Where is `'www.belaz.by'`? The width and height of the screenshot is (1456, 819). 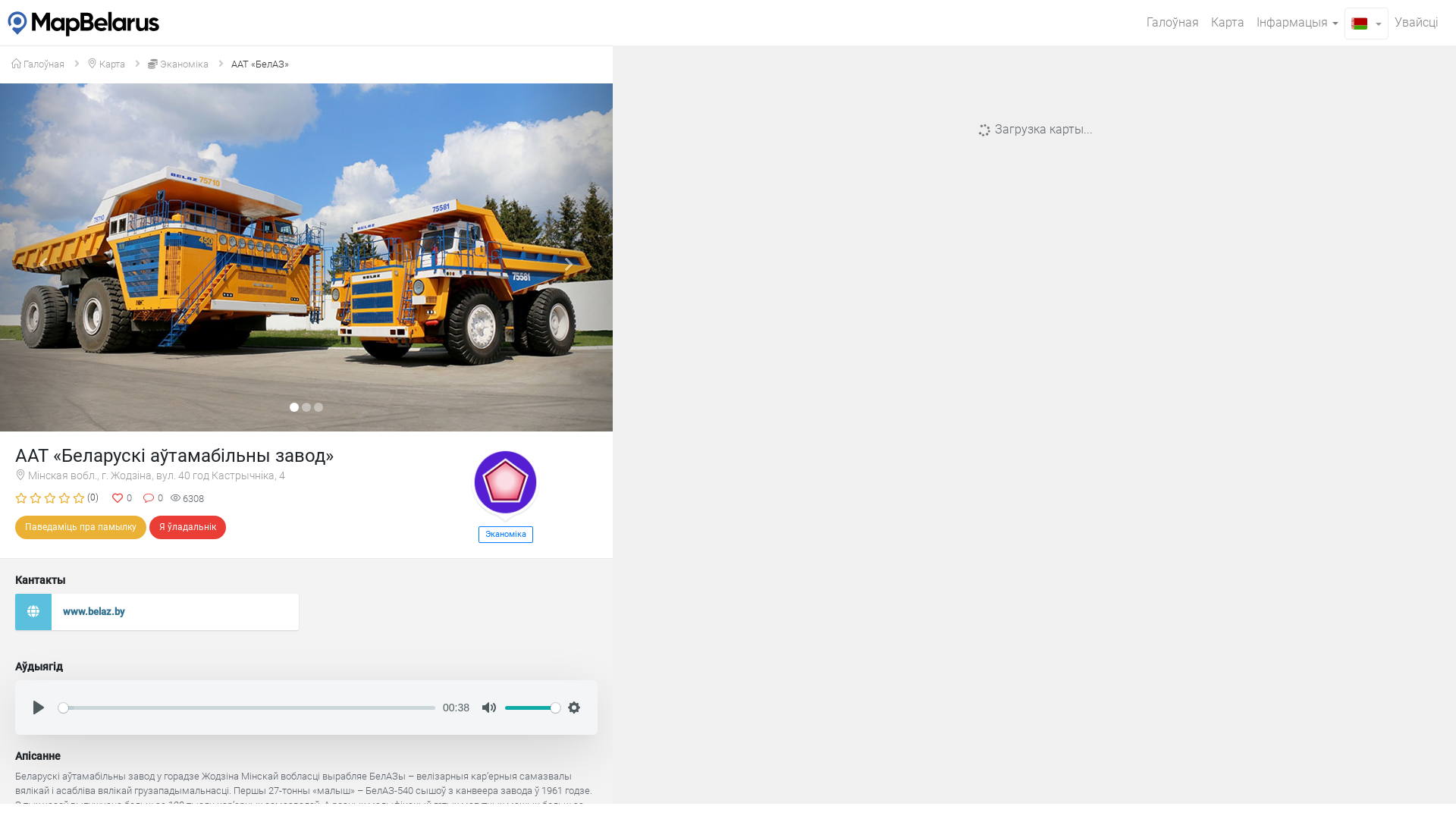 'www.belaz.by' is located at coordinates (156, 611).